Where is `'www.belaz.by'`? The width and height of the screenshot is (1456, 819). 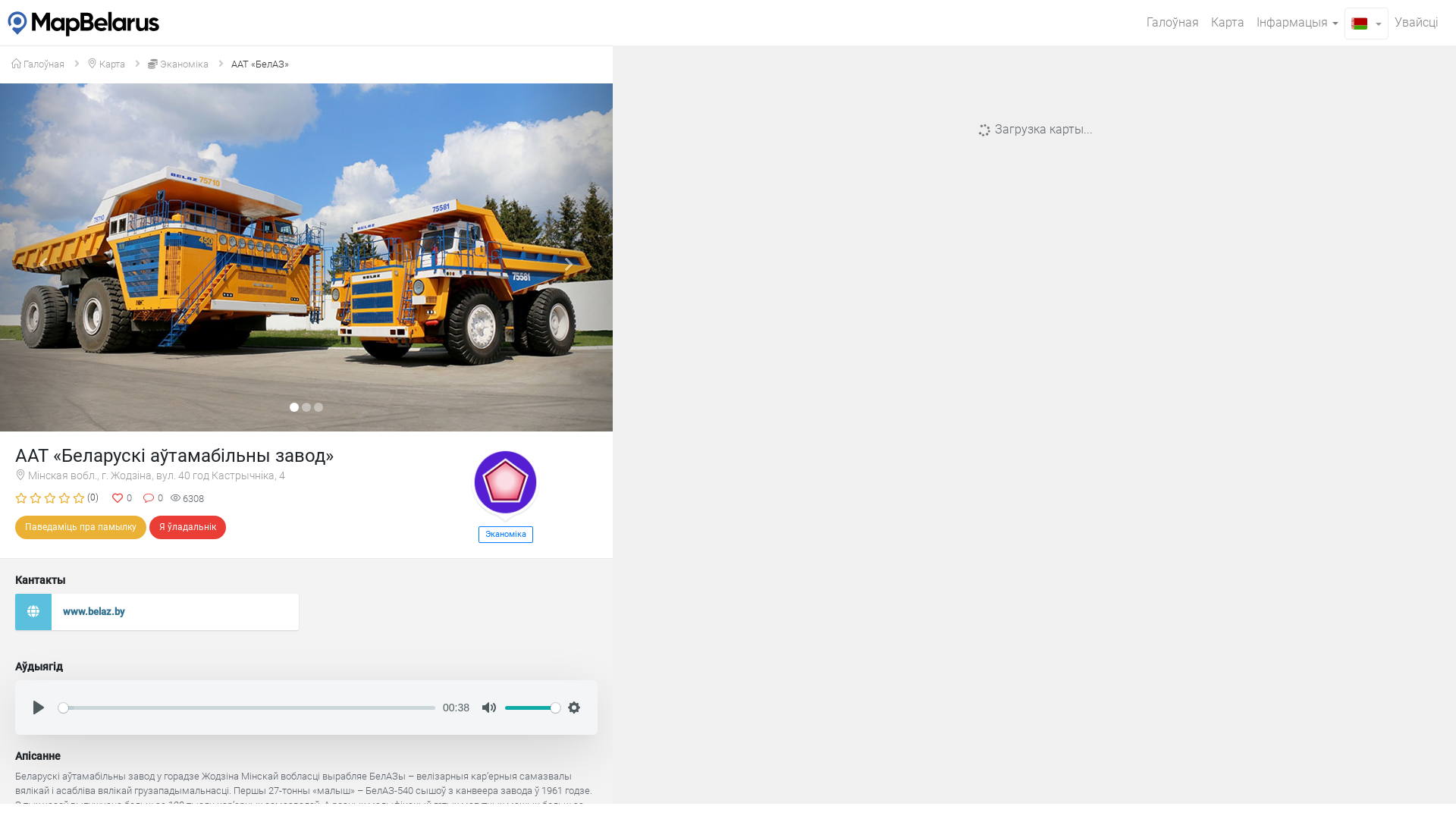 'www.belaz.by' is located at coordinates (156, 611).